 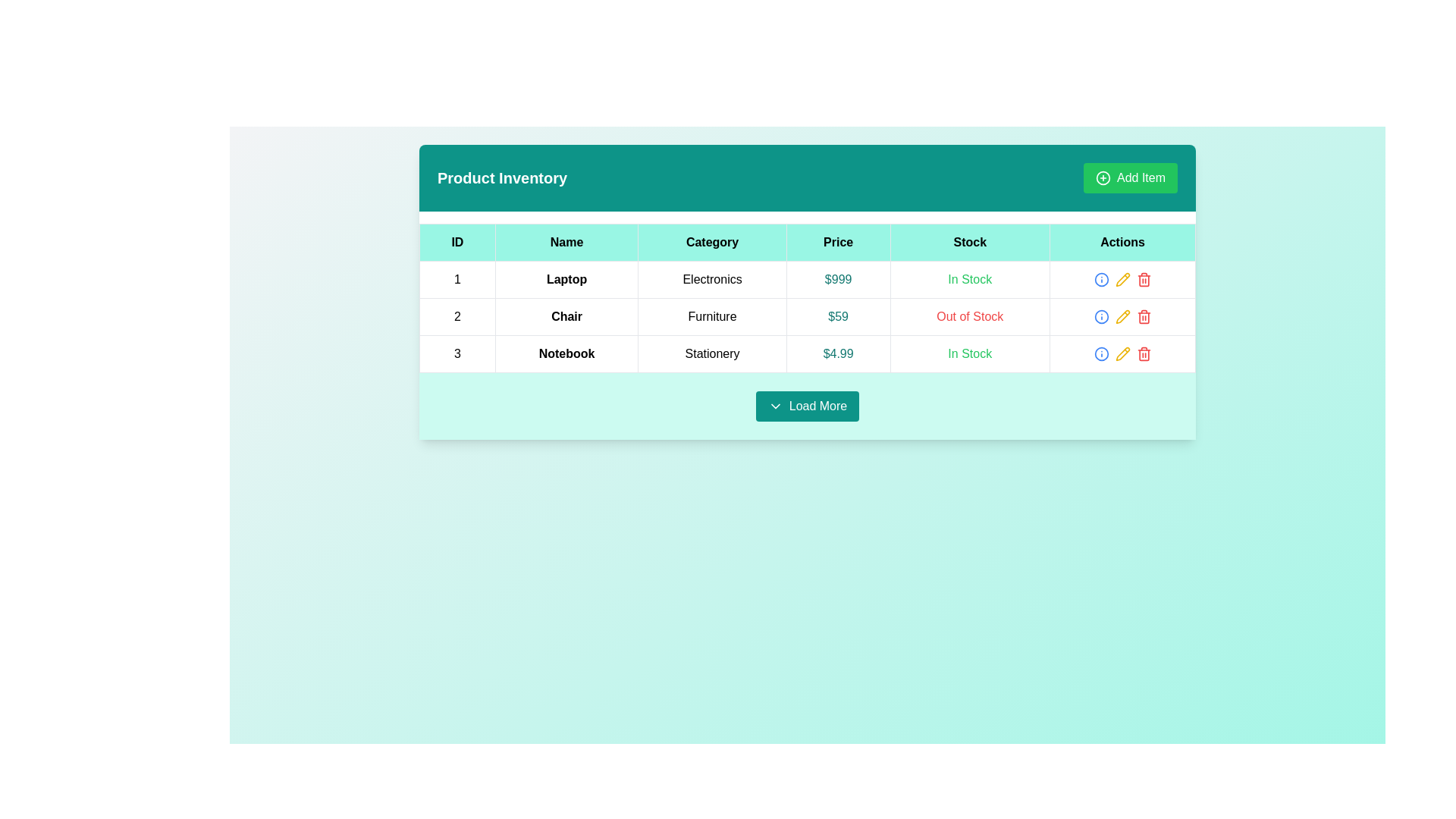 I want to click on the yellow pencil icon in the Actions column of the Notebook product row, so click(x=1122, y=353).